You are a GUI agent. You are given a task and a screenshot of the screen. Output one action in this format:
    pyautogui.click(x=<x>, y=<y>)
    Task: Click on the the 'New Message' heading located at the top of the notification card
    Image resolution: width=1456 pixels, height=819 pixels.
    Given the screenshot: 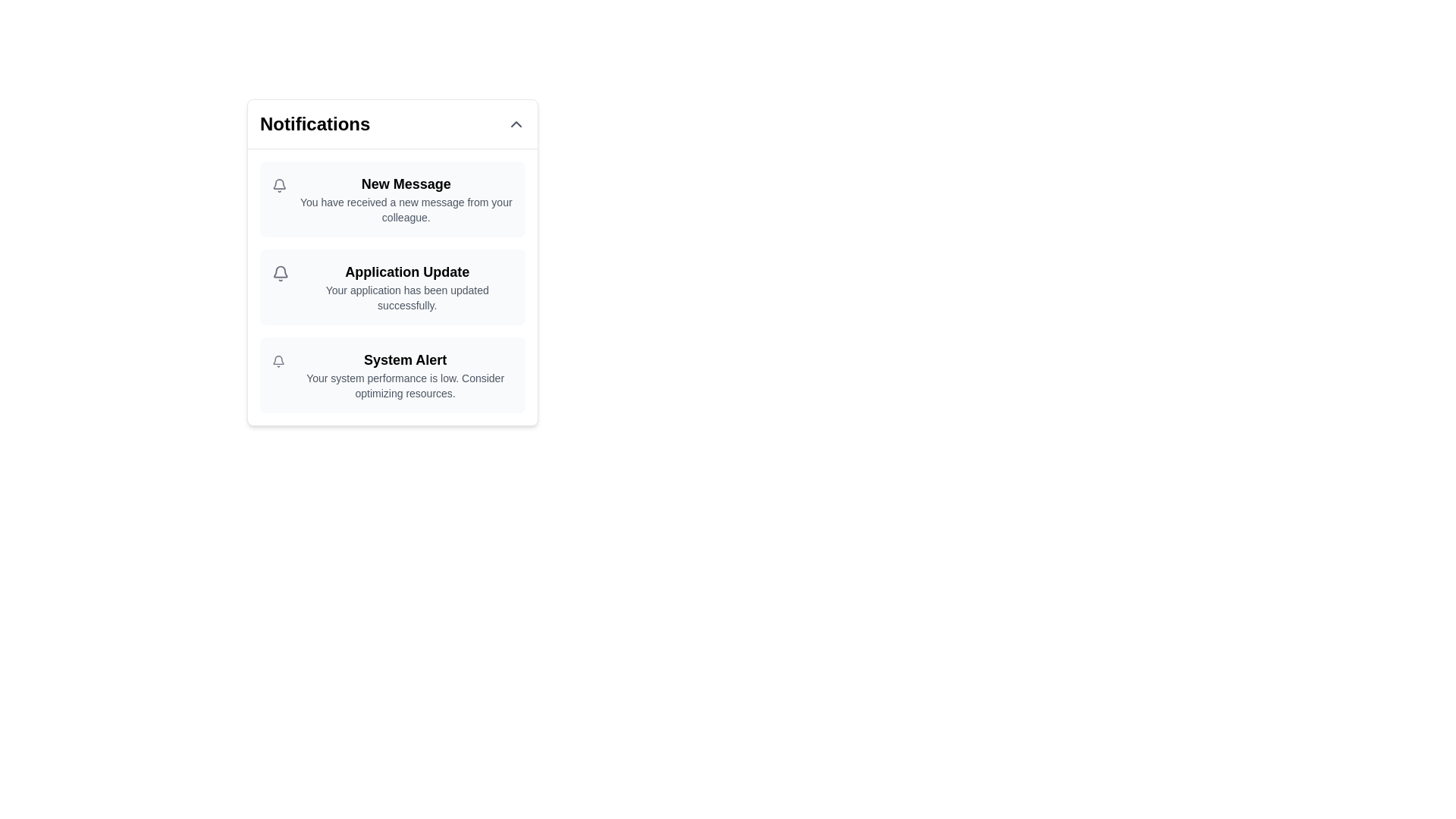 What is the action you would take?
    pyautogui.click(x=406, y=184)
    